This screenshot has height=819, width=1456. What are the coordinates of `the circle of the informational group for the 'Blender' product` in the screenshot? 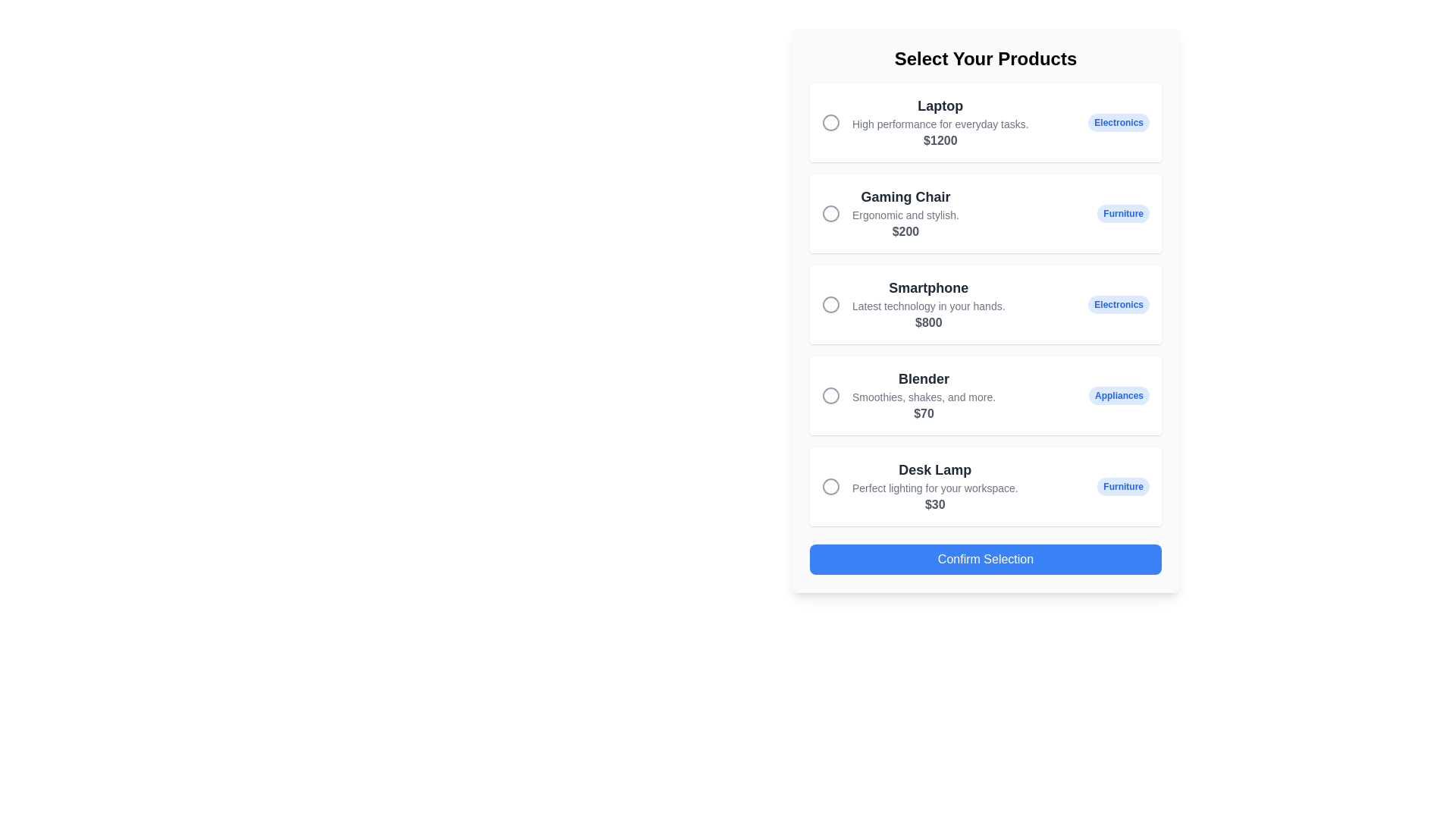 It's located at (908, 394).